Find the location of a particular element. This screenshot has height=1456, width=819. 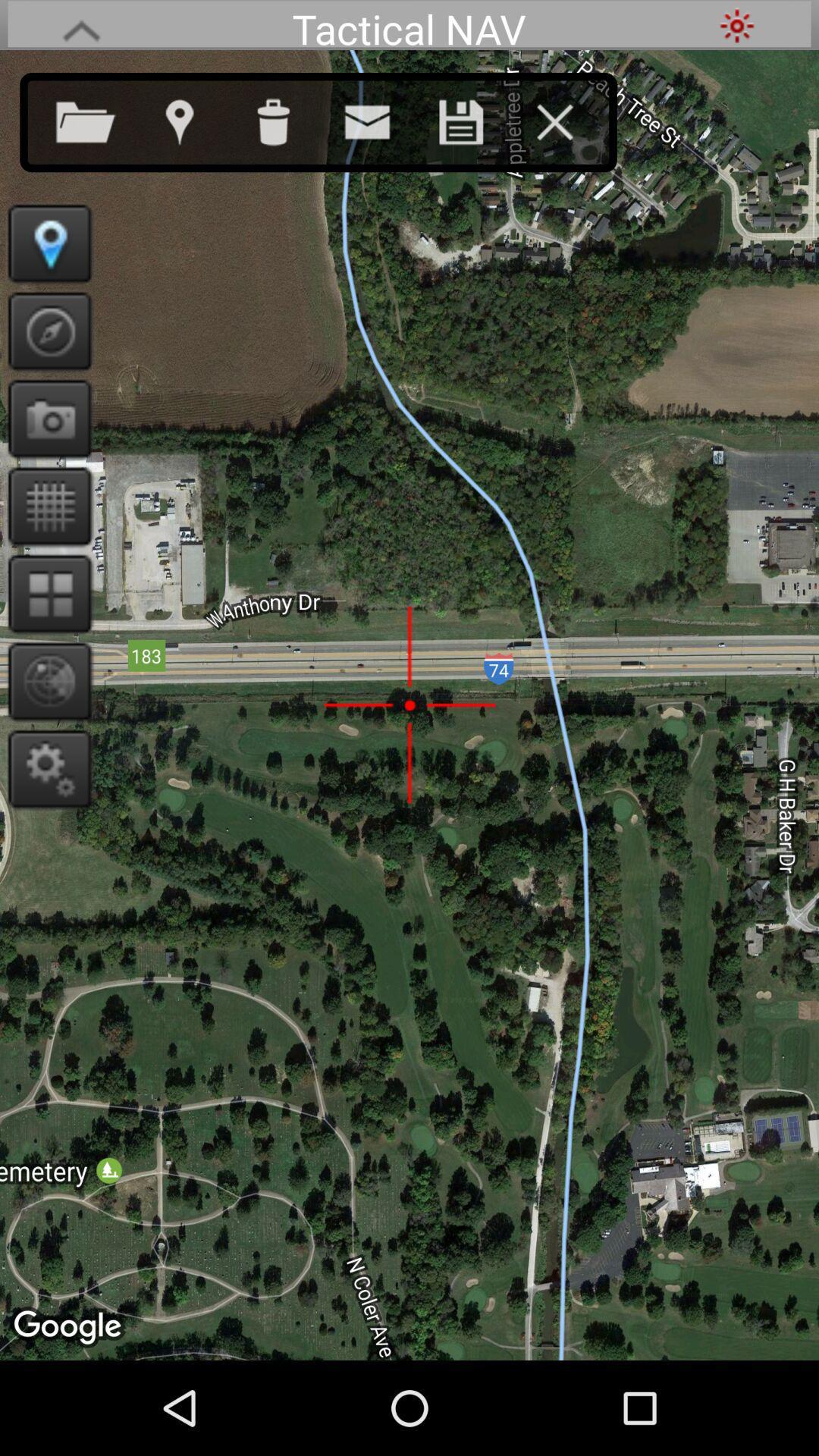

the close icon is located at coordinates (570, 127).